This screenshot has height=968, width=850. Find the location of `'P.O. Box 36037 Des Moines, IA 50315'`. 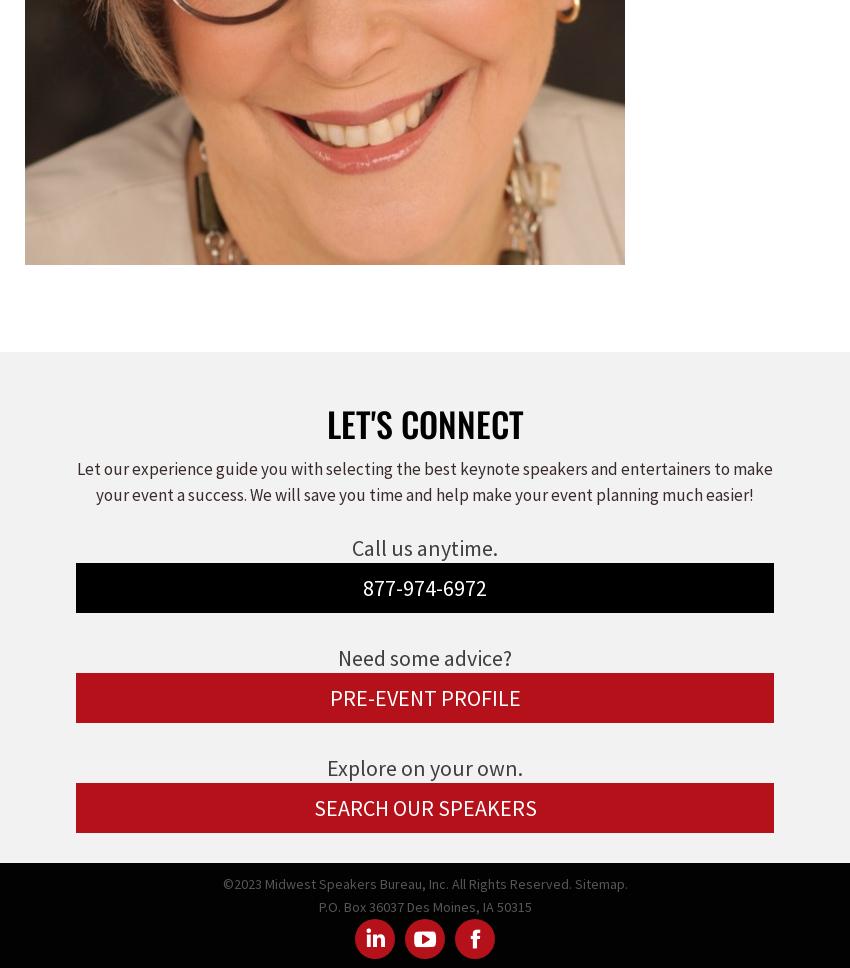

'P.O. Box 36037 Des Moines, IA 50315' is located at coordinates (317, 907).